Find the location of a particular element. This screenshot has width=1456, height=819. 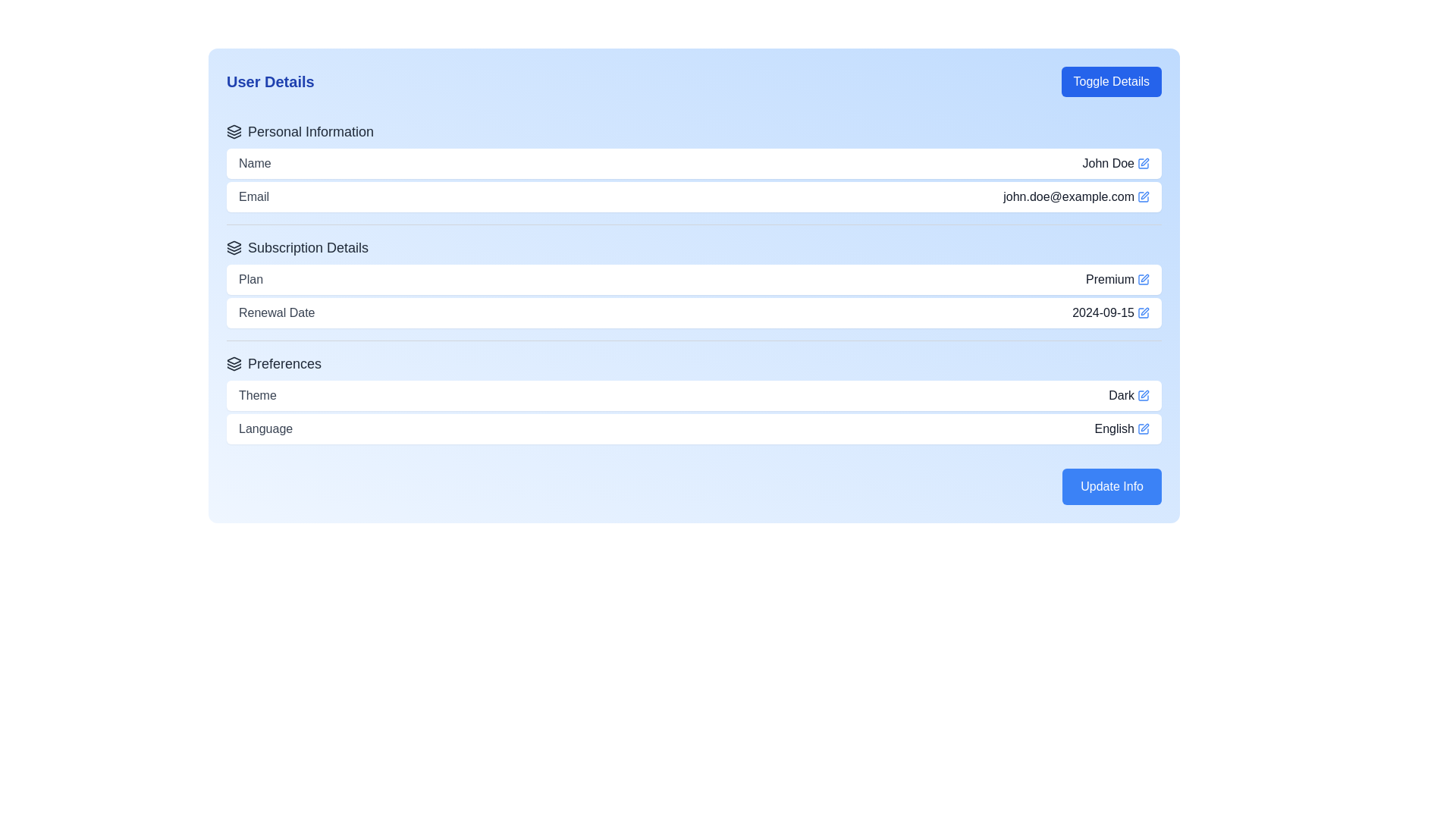

the bottom-most triangle icon, which is part of a stacked group of three triangles, located to the left of the 'Preferences' heading is located at coordinates (233, 369).